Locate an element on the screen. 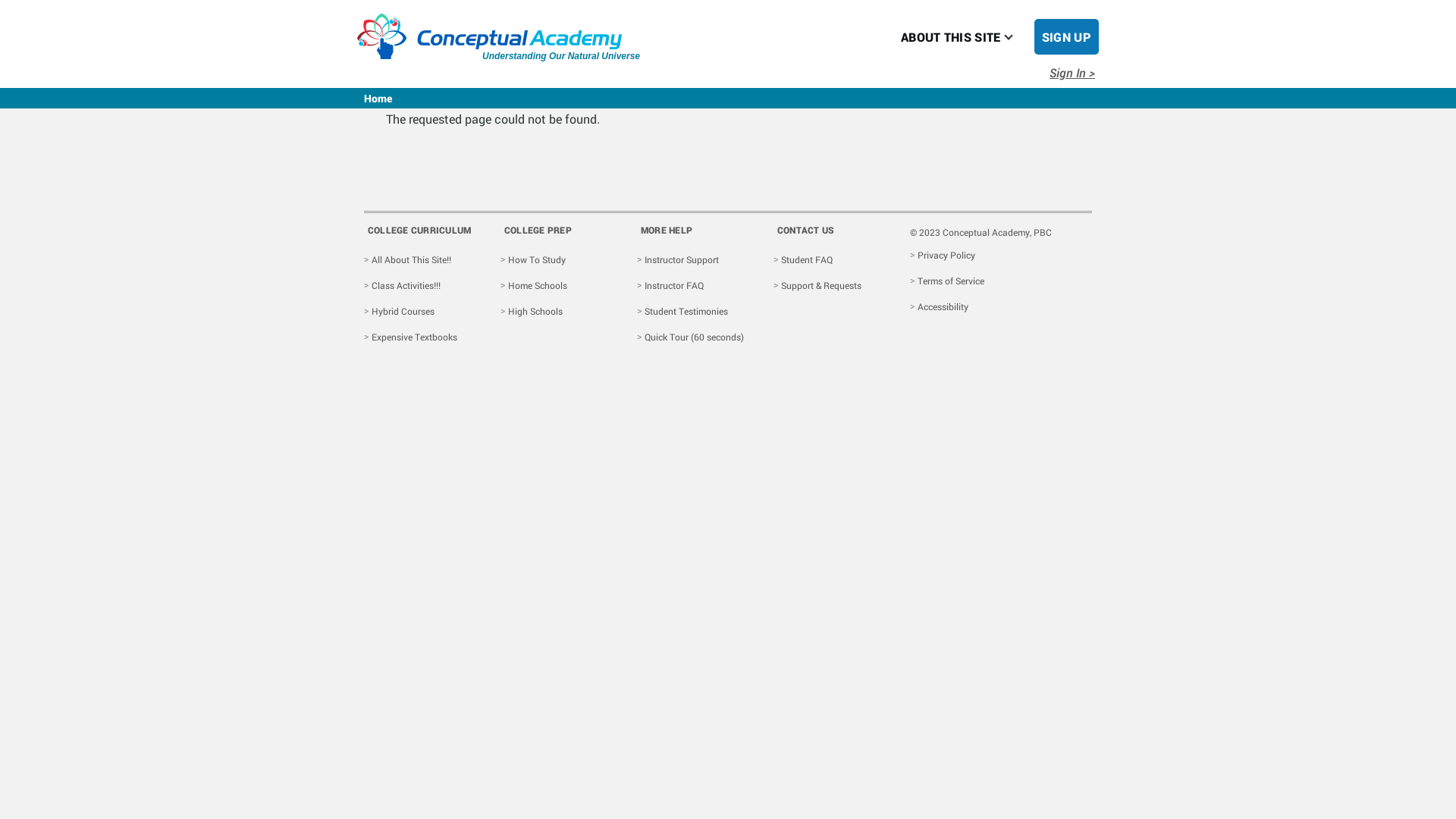  'How To Study' is located at coordinates (508, 259).